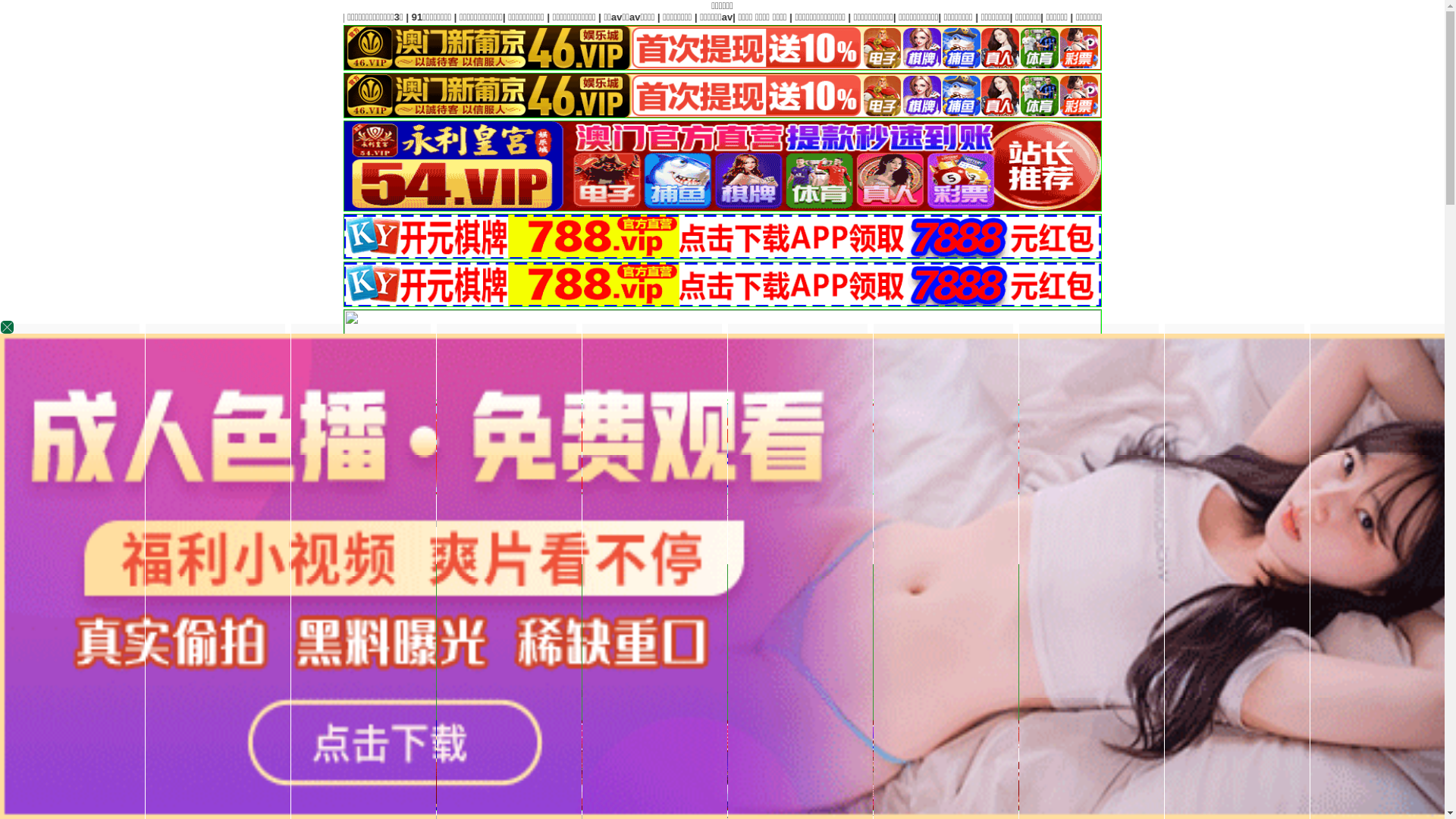 Image resolution: width=1456 pixels, height=819 pixels. What do you see at coordinates (1047, 693) in the screenshot?
I see `'|'` at bounding box center [1047, 693].